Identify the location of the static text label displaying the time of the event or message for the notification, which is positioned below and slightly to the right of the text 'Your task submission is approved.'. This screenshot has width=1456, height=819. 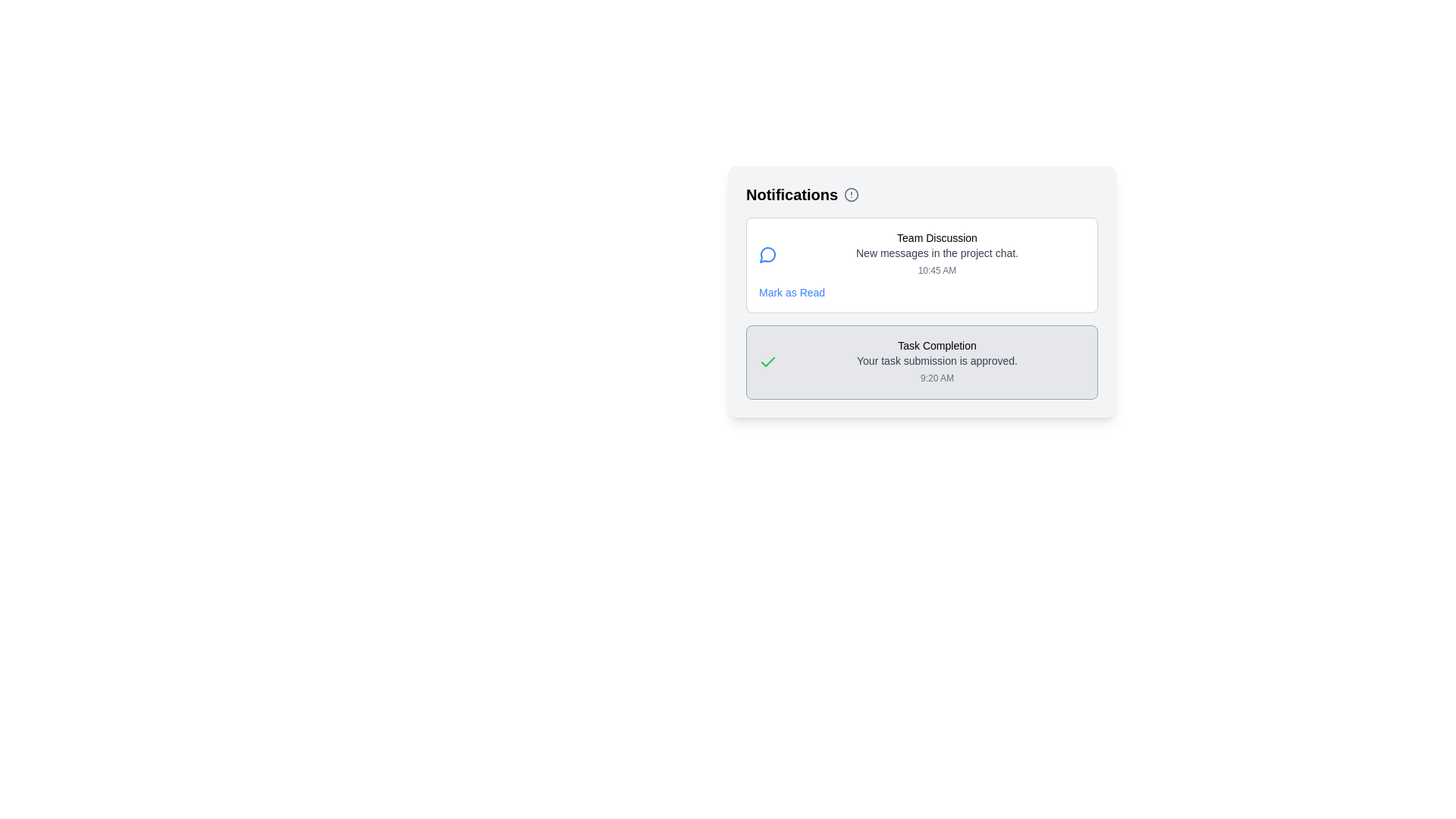
(937, 377).